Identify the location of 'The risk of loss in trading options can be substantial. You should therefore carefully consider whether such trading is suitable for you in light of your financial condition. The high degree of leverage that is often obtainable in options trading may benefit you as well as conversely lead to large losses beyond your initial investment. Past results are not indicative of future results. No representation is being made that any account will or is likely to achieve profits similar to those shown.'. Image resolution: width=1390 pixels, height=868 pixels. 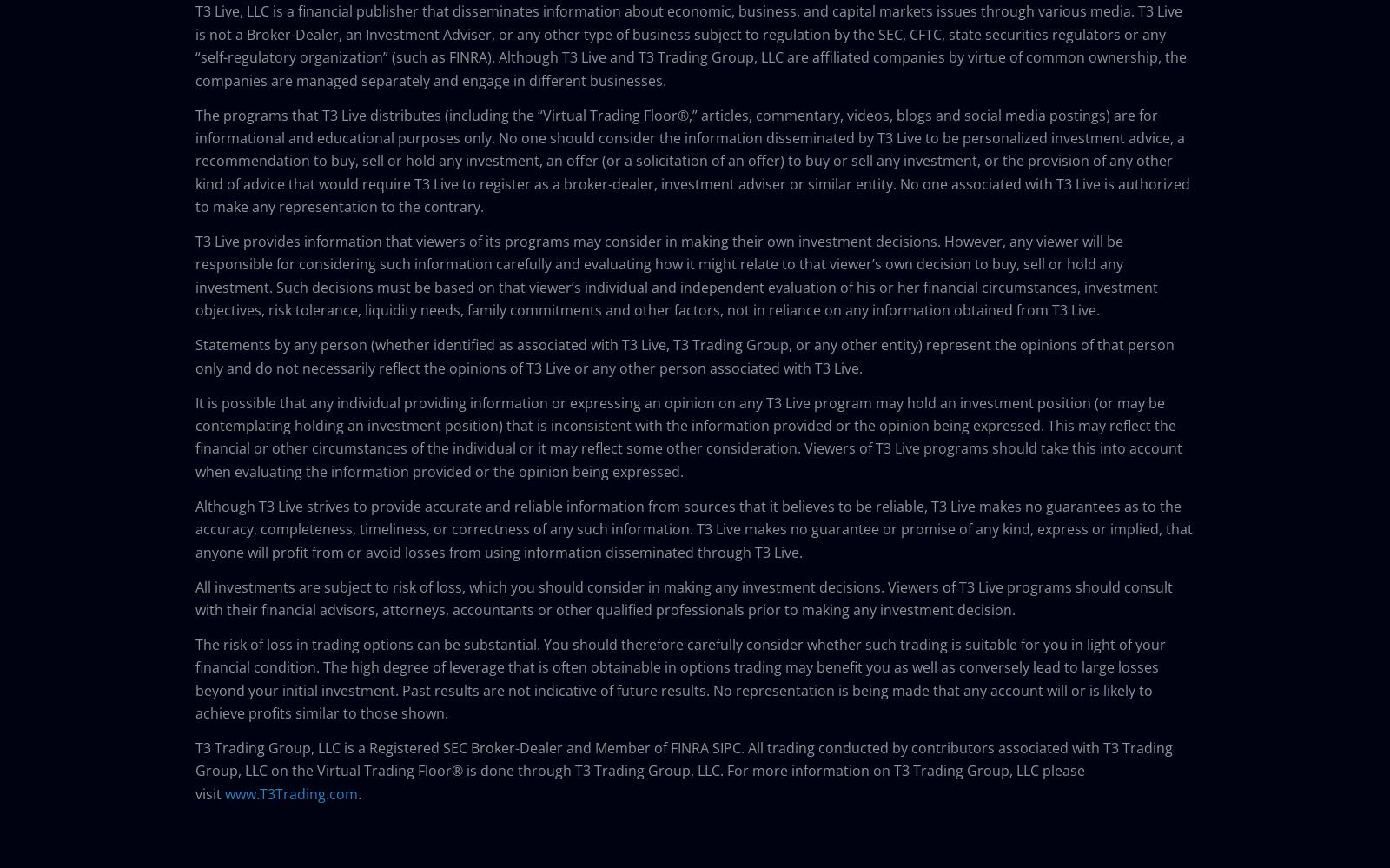
(680, 679).